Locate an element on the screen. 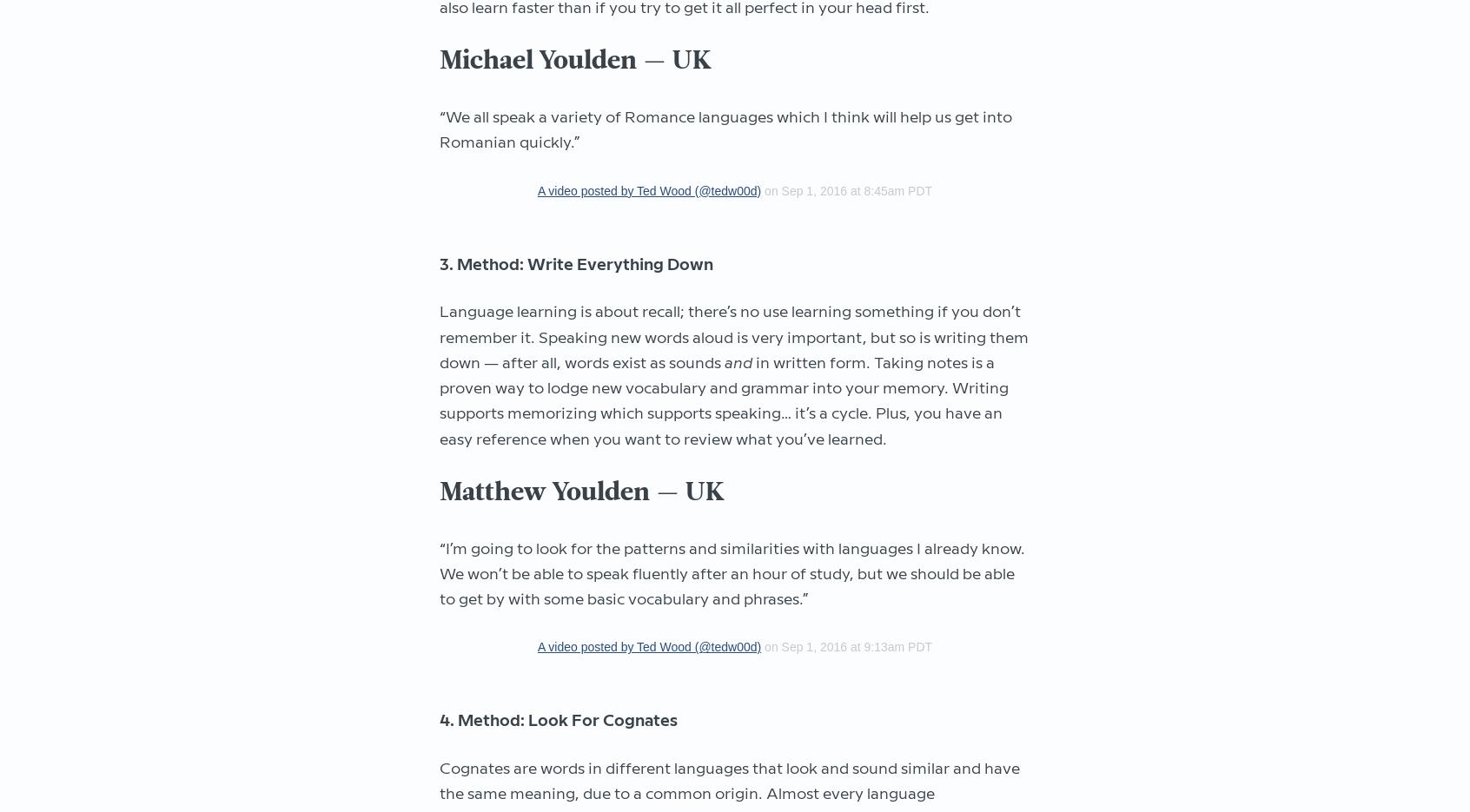 The height and width of the screenshot is (812, 1470). 'in written form. Taking notes is a proven way to lodge new vocabulary and grammar into your memory. Writing supports memorizing which supports speaking… it’s a cycle. Plus, you have an easy reference when you want to review what you’ve learned.' is located at coordinates (440, 399).